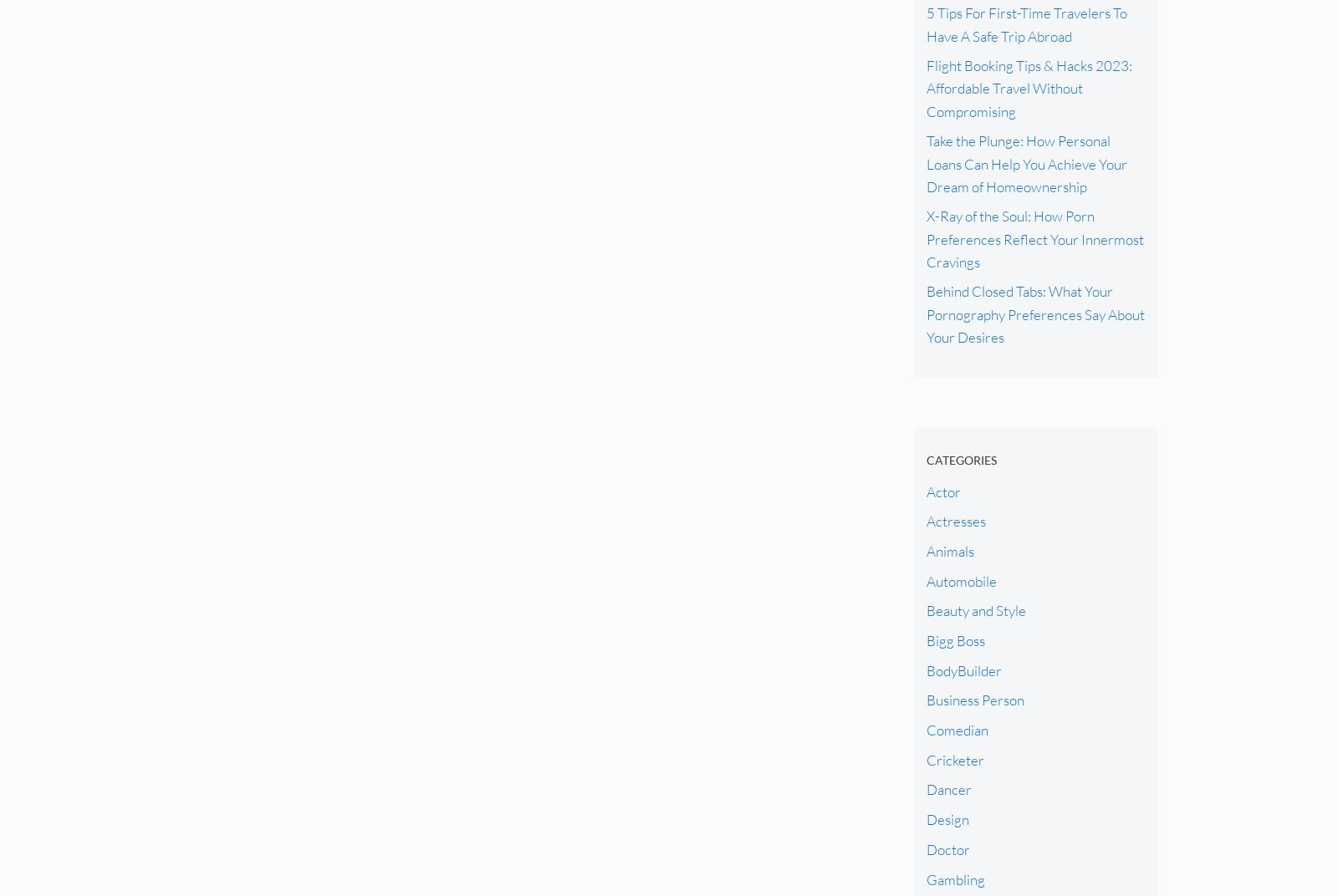 The width and height of the screenshot is (1338, 896). I want to click on '5 Tips For First-Time Travelers To Have A Safe Trip Abroad', so click(1025, 23).